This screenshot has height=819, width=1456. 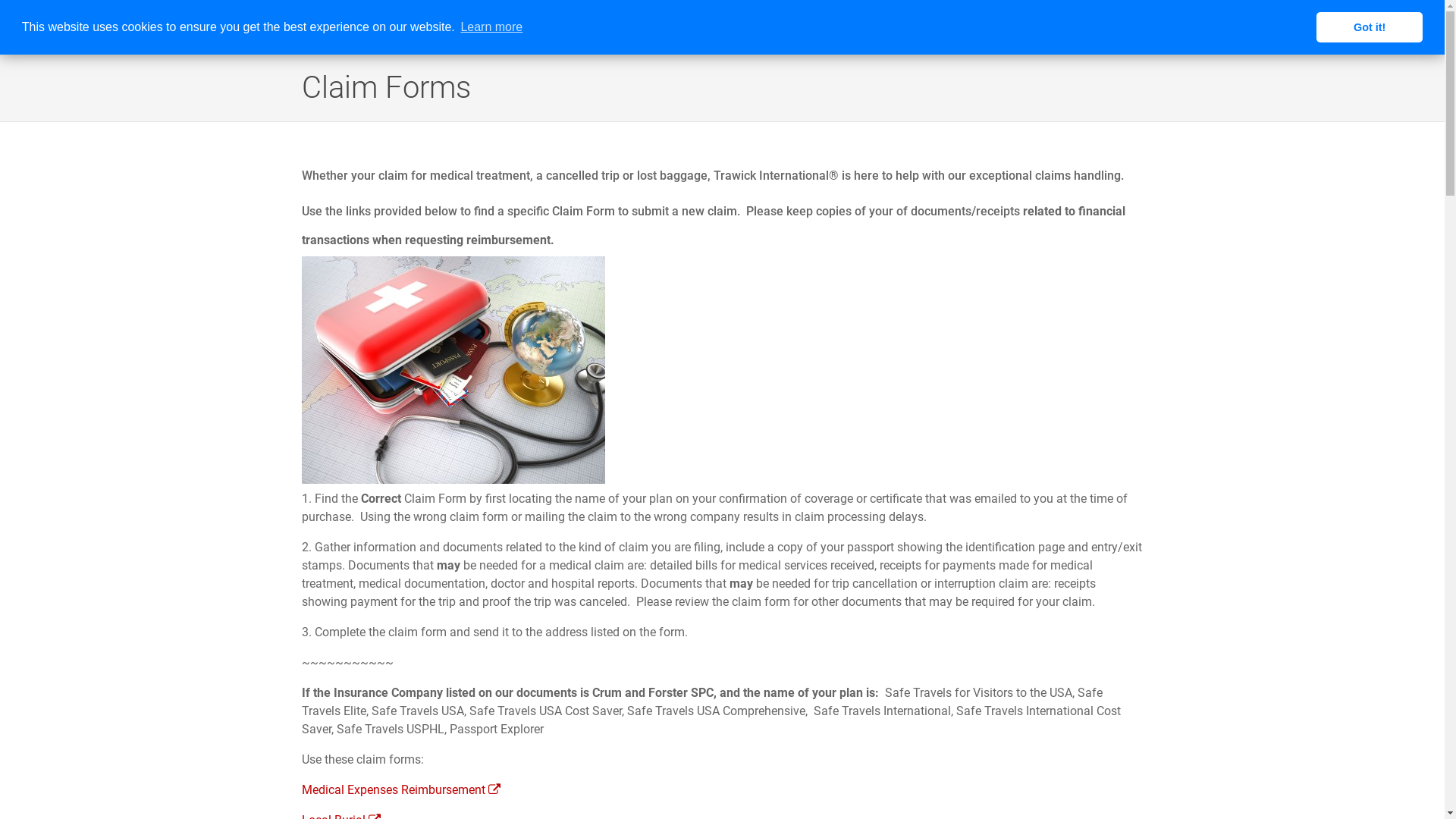 What do you see at coordinates (830, 27) in the screenshot?
I see `'Travel Insurance Plans'` at bounding box center [830, 27].